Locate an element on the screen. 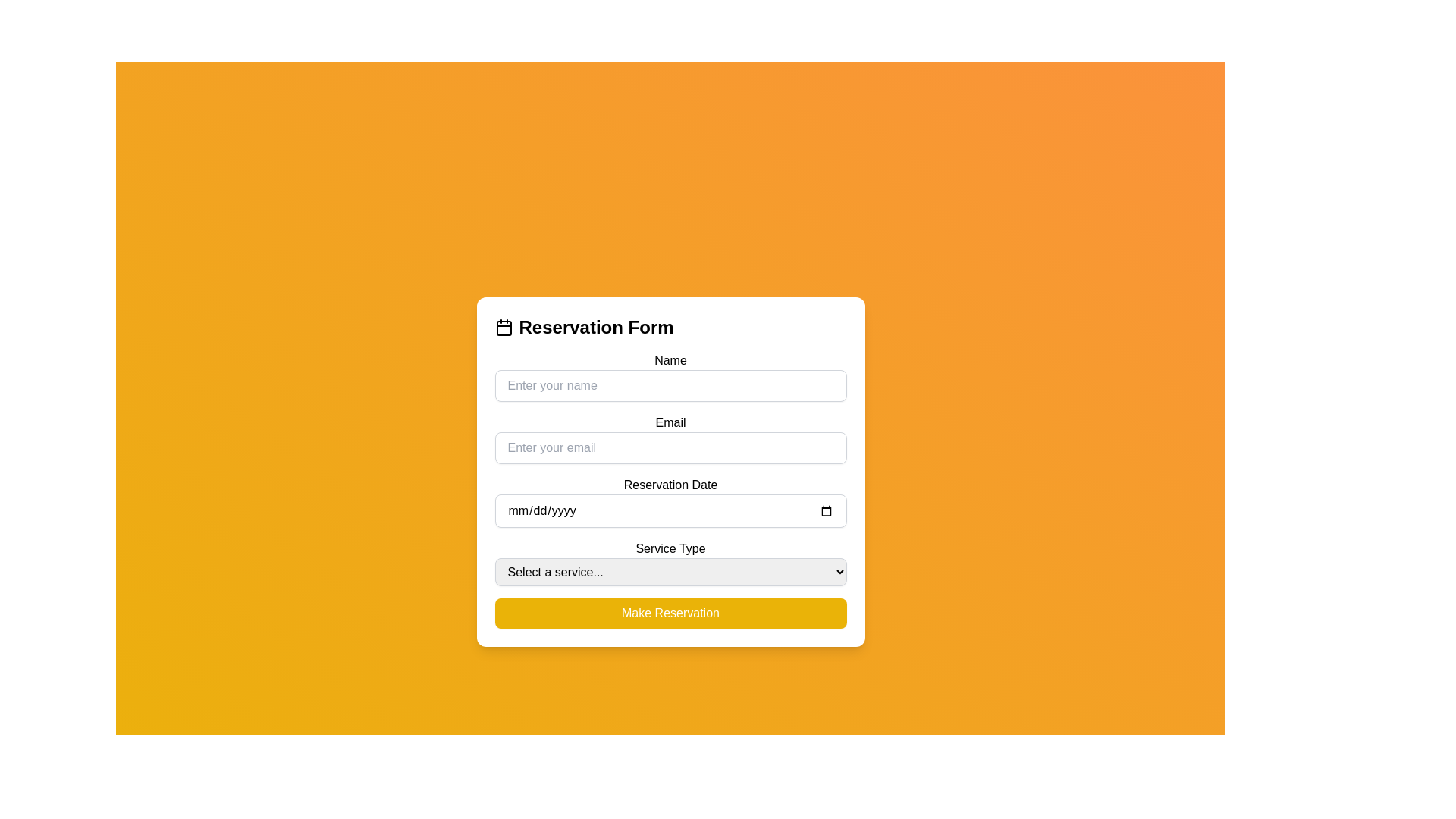  the prominent rectangular button with a yellow background and white text labeled 'Make Reservation' is located at coordinates (670, 612).